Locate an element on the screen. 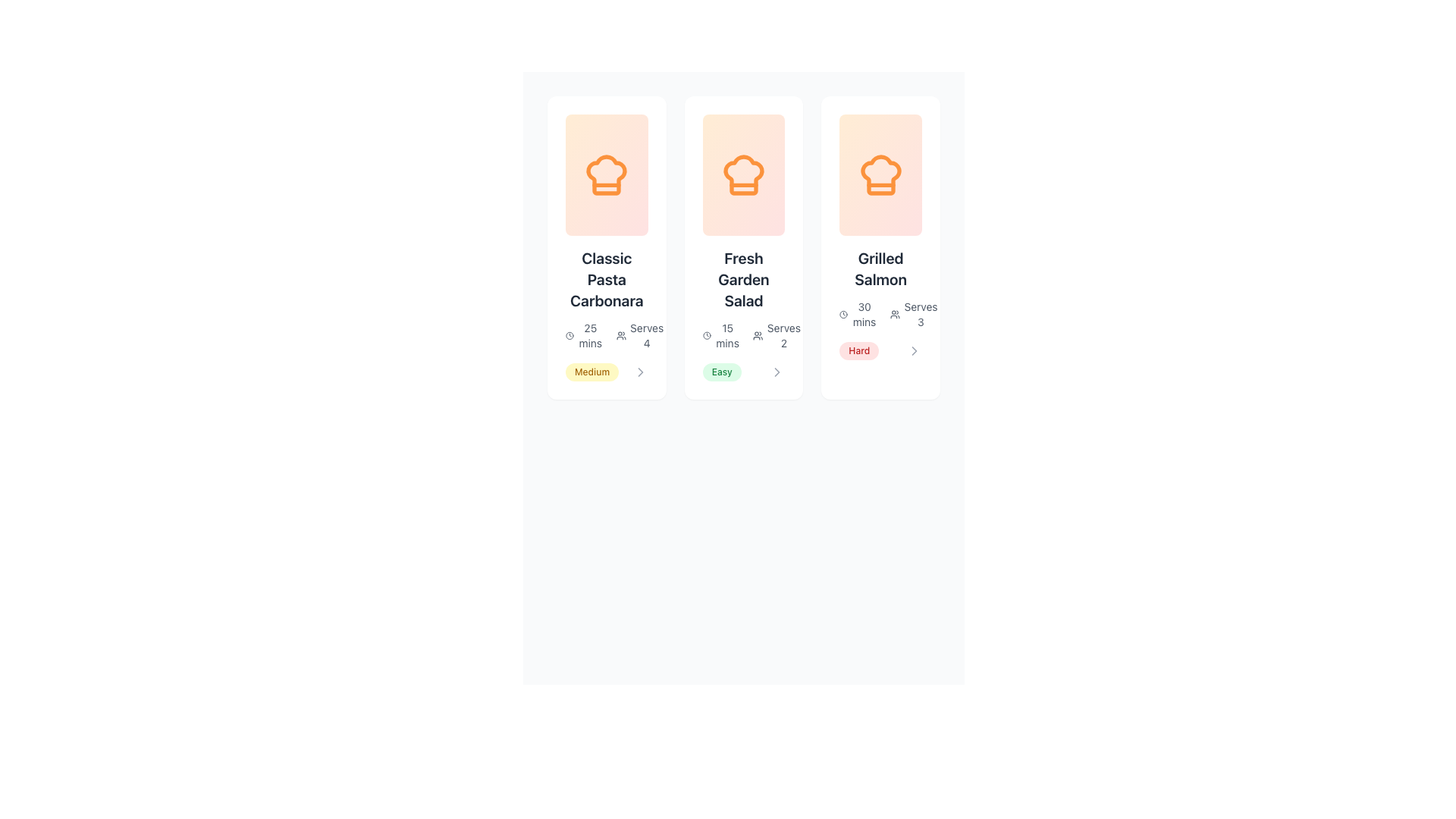 The height and width of the screenshot is (819, 1456). the chef hat icon outlined in orange located at the top-center of the 'Classic Pasta Carbonara' card is located at coordinates (607, 174).